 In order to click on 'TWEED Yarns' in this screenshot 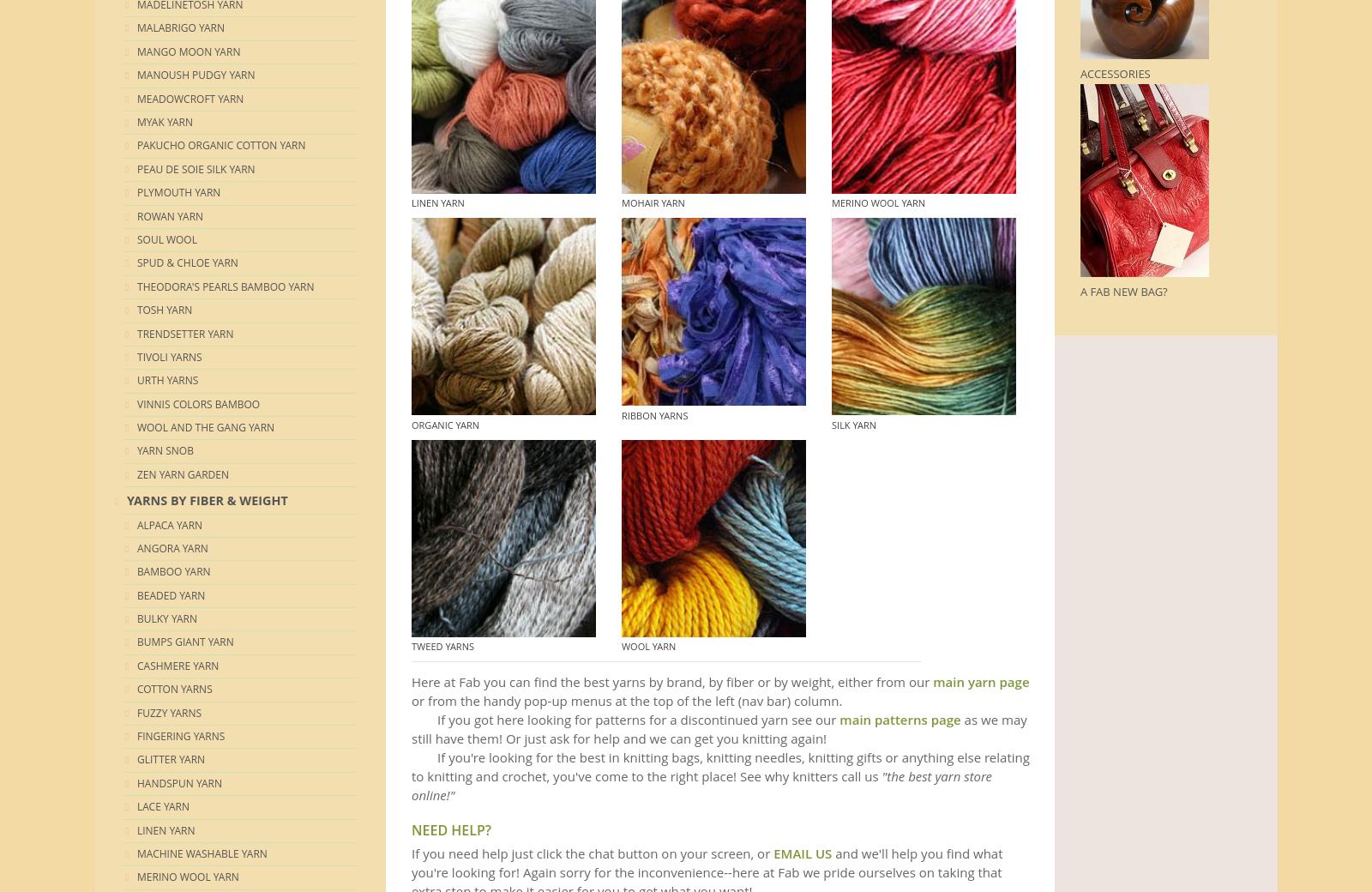, I will do `click(442, 646)`.